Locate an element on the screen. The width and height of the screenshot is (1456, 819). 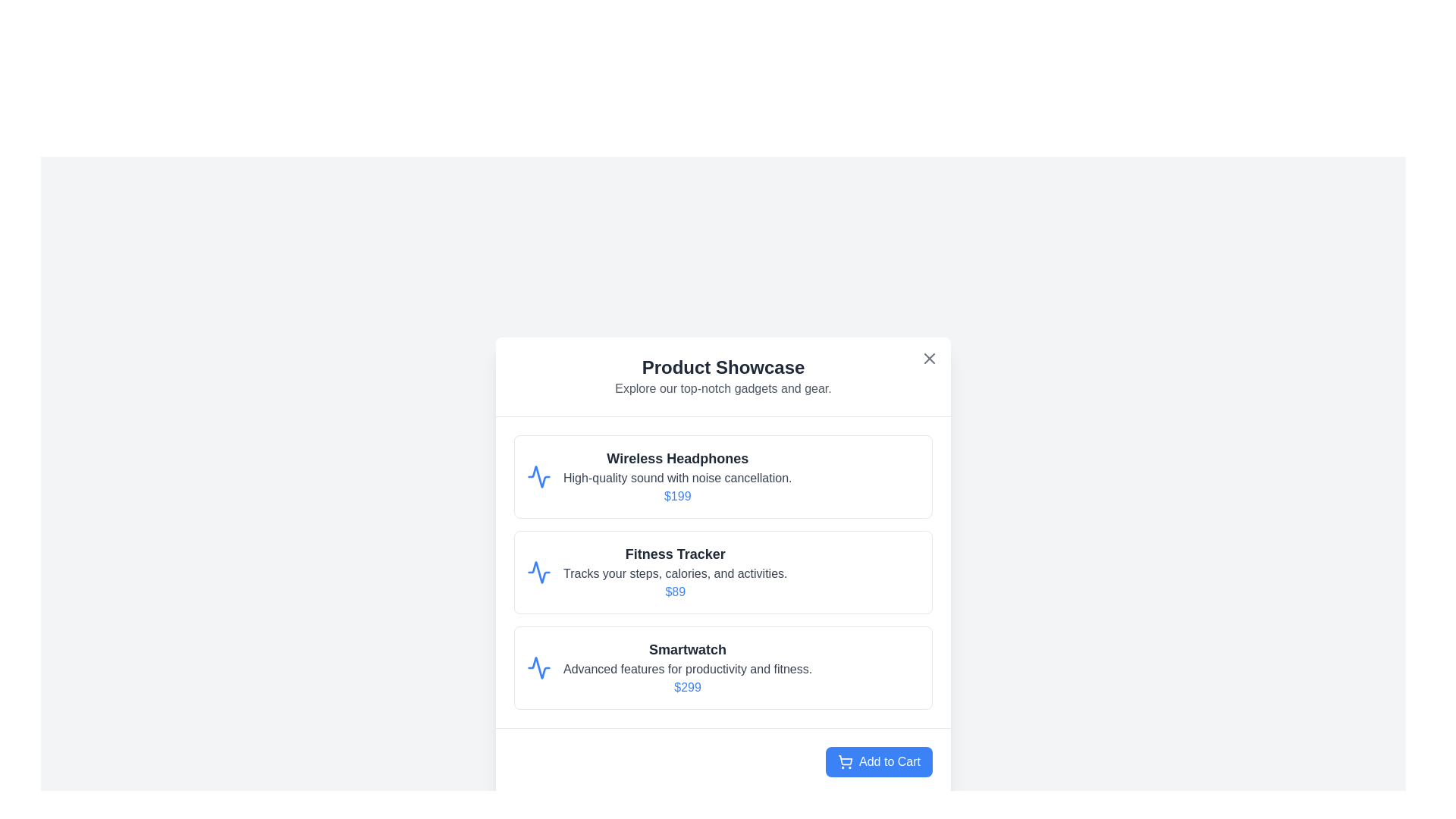
price displayed for the 'Smartwatch' product, located below the product description in the third product card of the 'Product Showcase' section is located at coordinates (687, 687).